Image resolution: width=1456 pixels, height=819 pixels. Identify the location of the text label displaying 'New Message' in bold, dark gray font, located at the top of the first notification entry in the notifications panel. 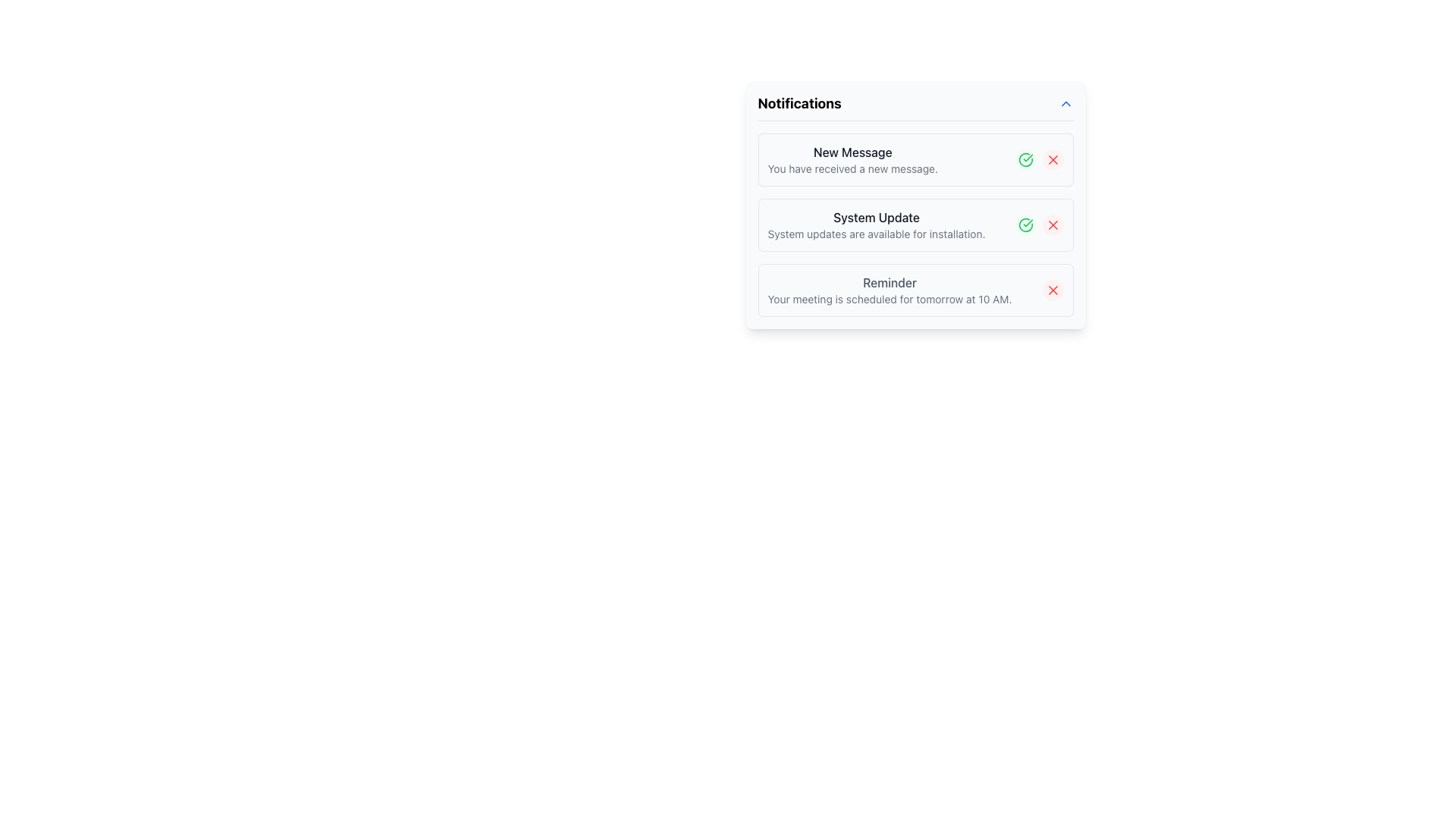
(852, 152).